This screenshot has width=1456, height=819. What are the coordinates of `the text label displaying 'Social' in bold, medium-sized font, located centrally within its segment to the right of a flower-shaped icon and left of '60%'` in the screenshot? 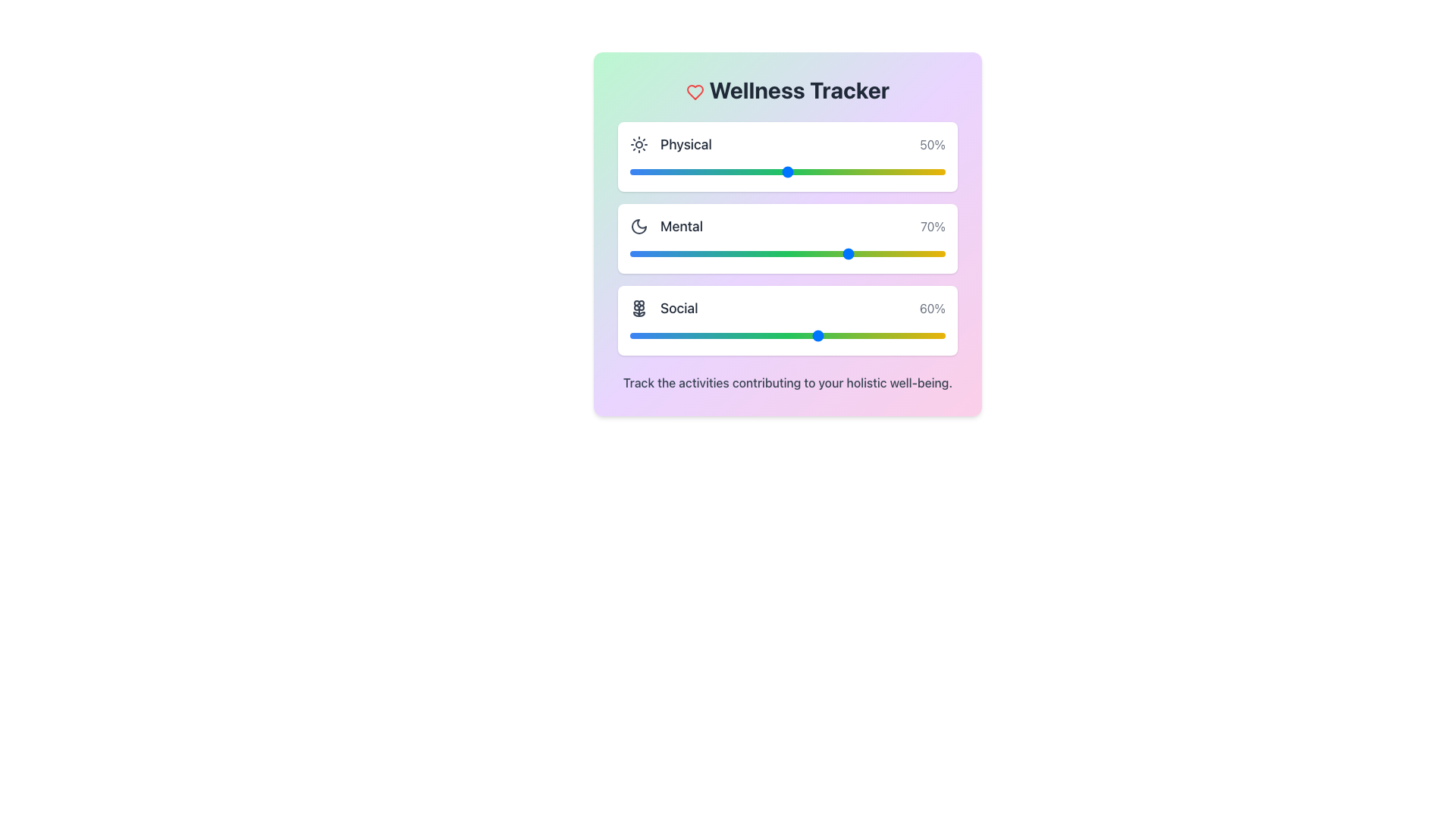 It's located at (678, 308).